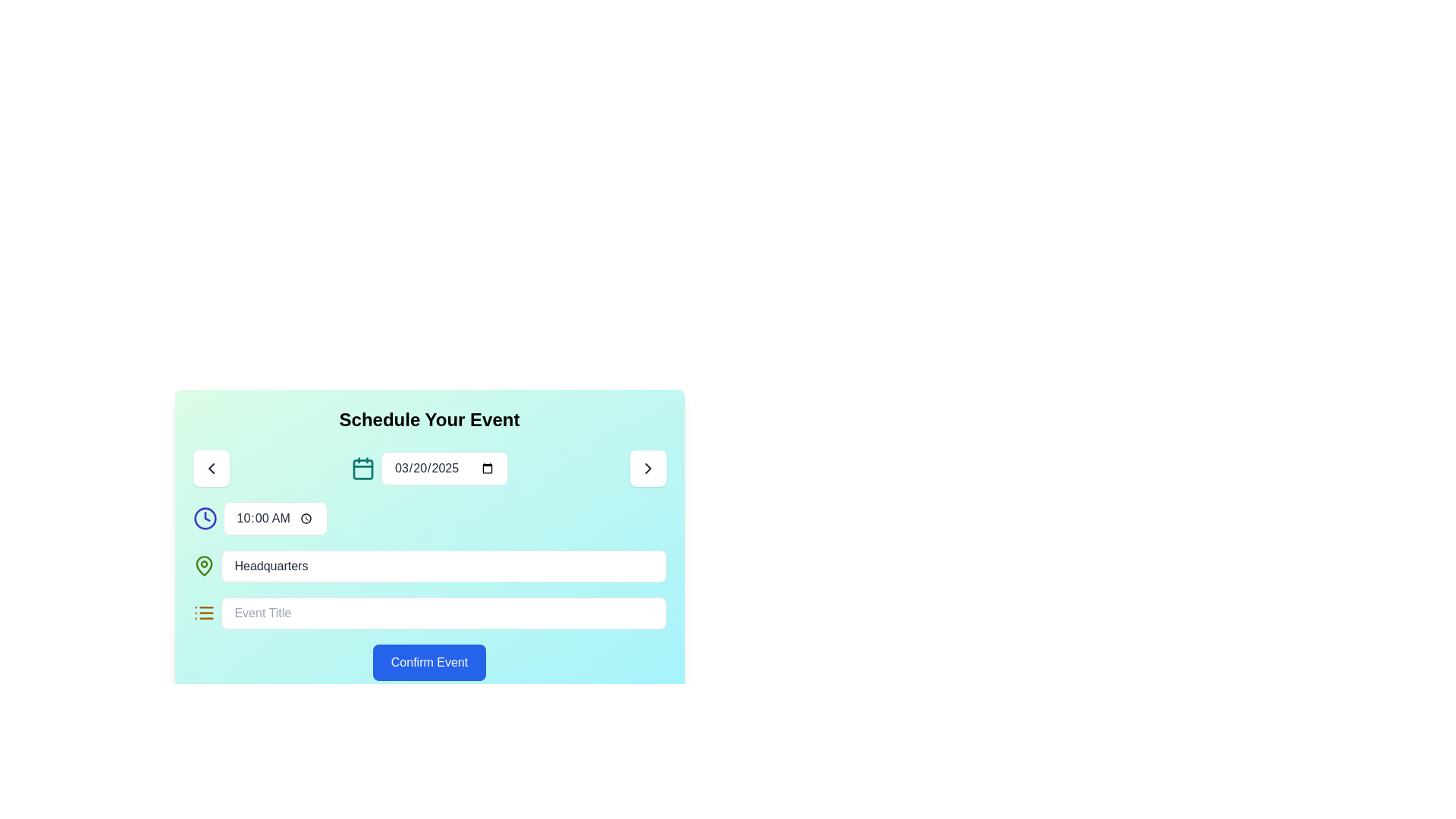 The width and height of the screenshot is (1456, 819). What do you see at coordinates (362, 468) in the screenshot?
I see `the icon button located below the title 'Schedule Your Event'` at bounding box center [362, 468].